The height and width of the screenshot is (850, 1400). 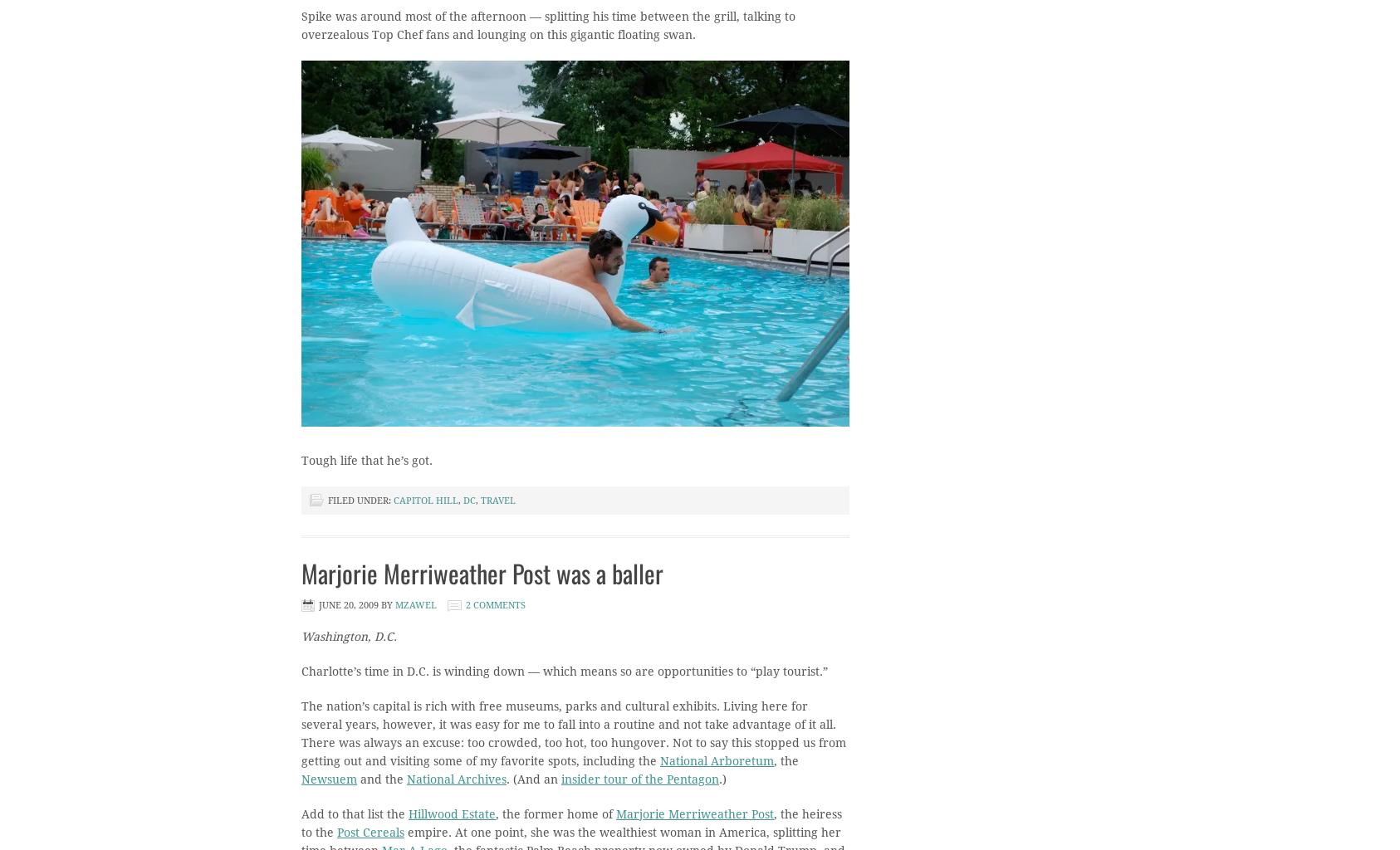 I want to click on 'by', so click(x=387, y=604).